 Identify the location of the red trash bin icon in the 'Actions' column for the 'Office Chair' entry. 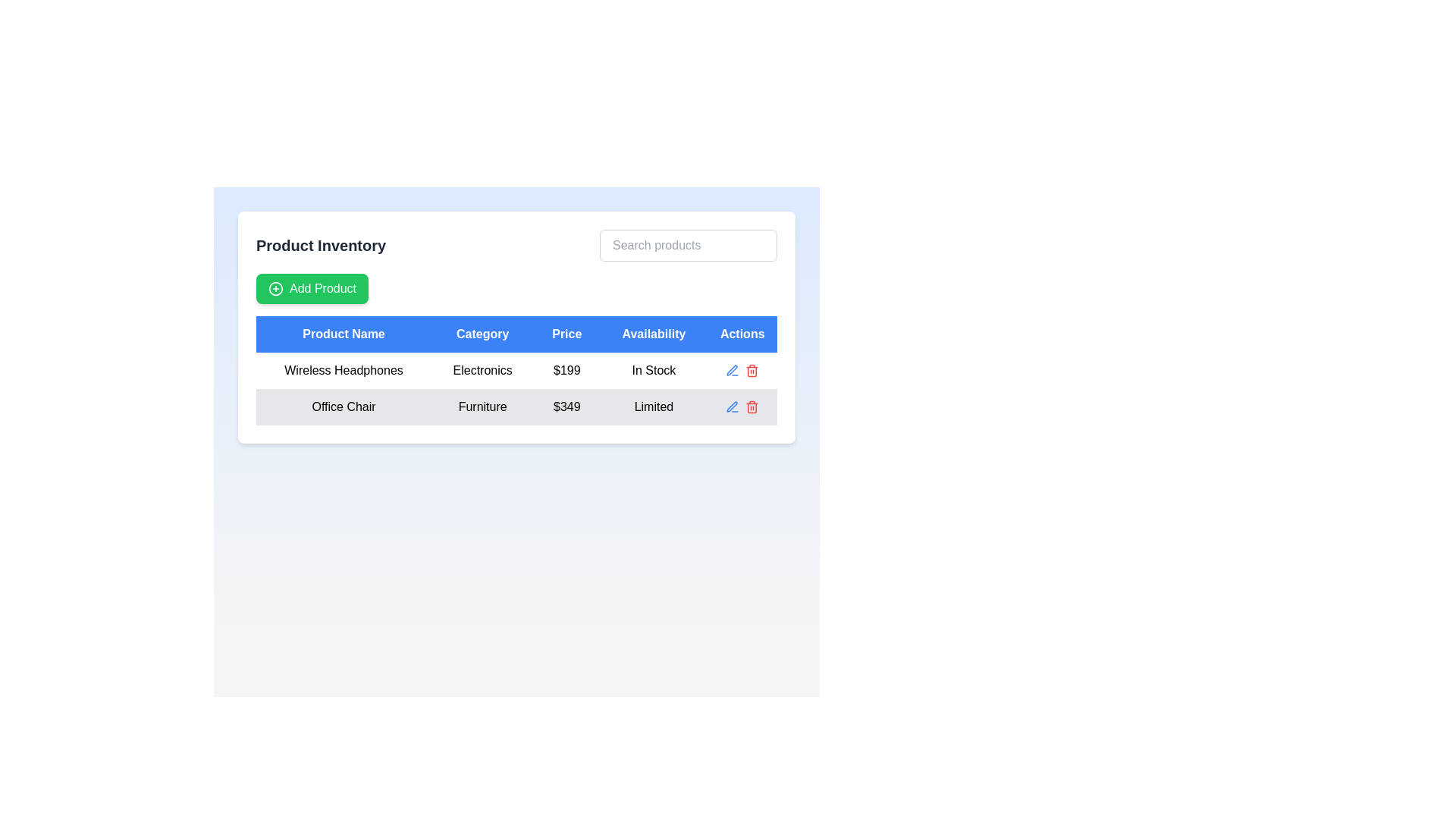
(752, 406).